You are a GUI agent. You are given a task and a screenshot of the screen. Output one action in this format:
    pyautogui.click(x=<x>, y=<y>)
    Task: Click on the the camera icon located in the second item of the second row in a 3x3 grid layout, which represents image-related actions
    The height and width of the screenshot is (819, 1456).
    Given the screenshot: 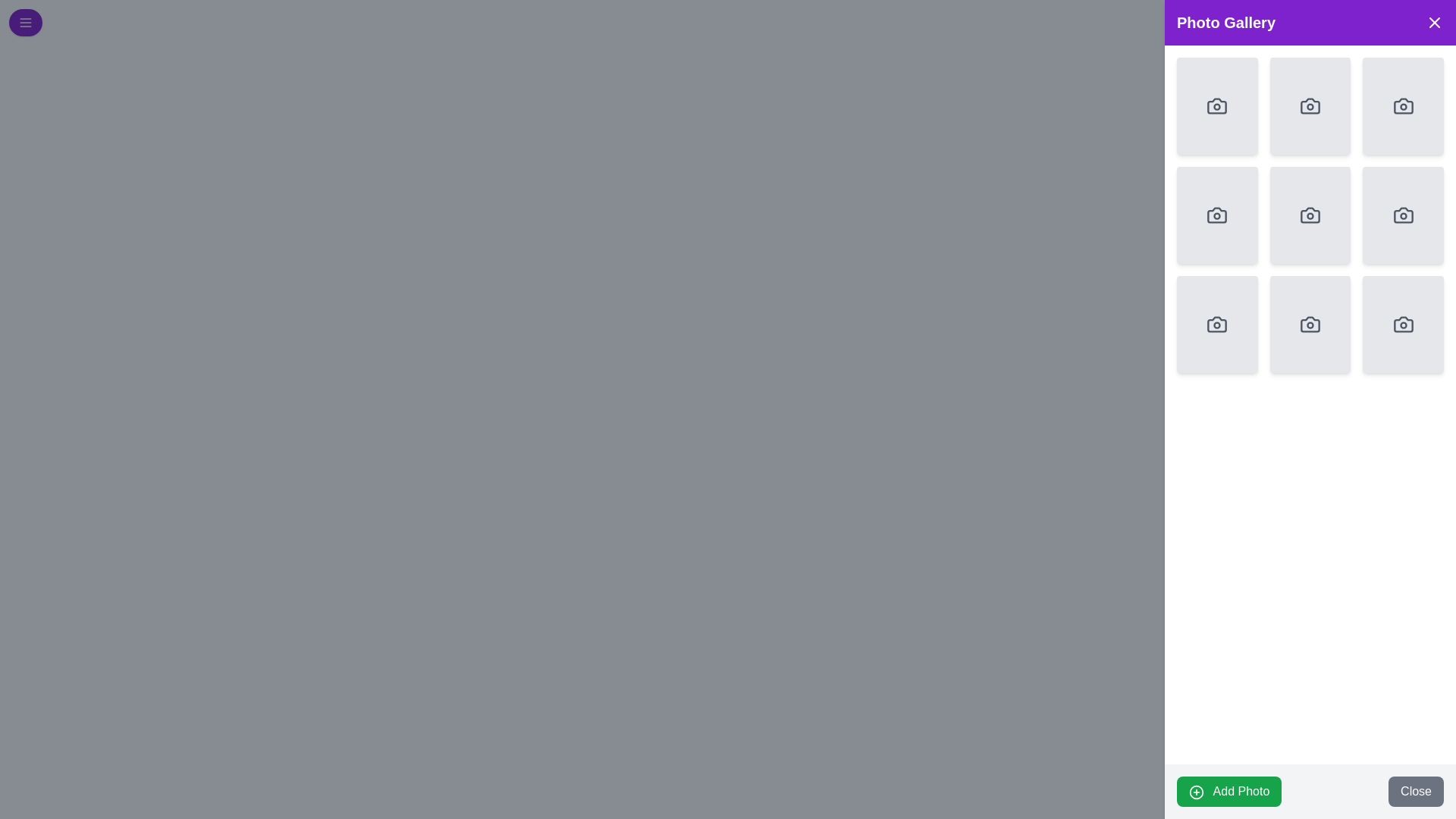 What is the action you would take?
    pyautogui.click(x=1217, y=215)
    